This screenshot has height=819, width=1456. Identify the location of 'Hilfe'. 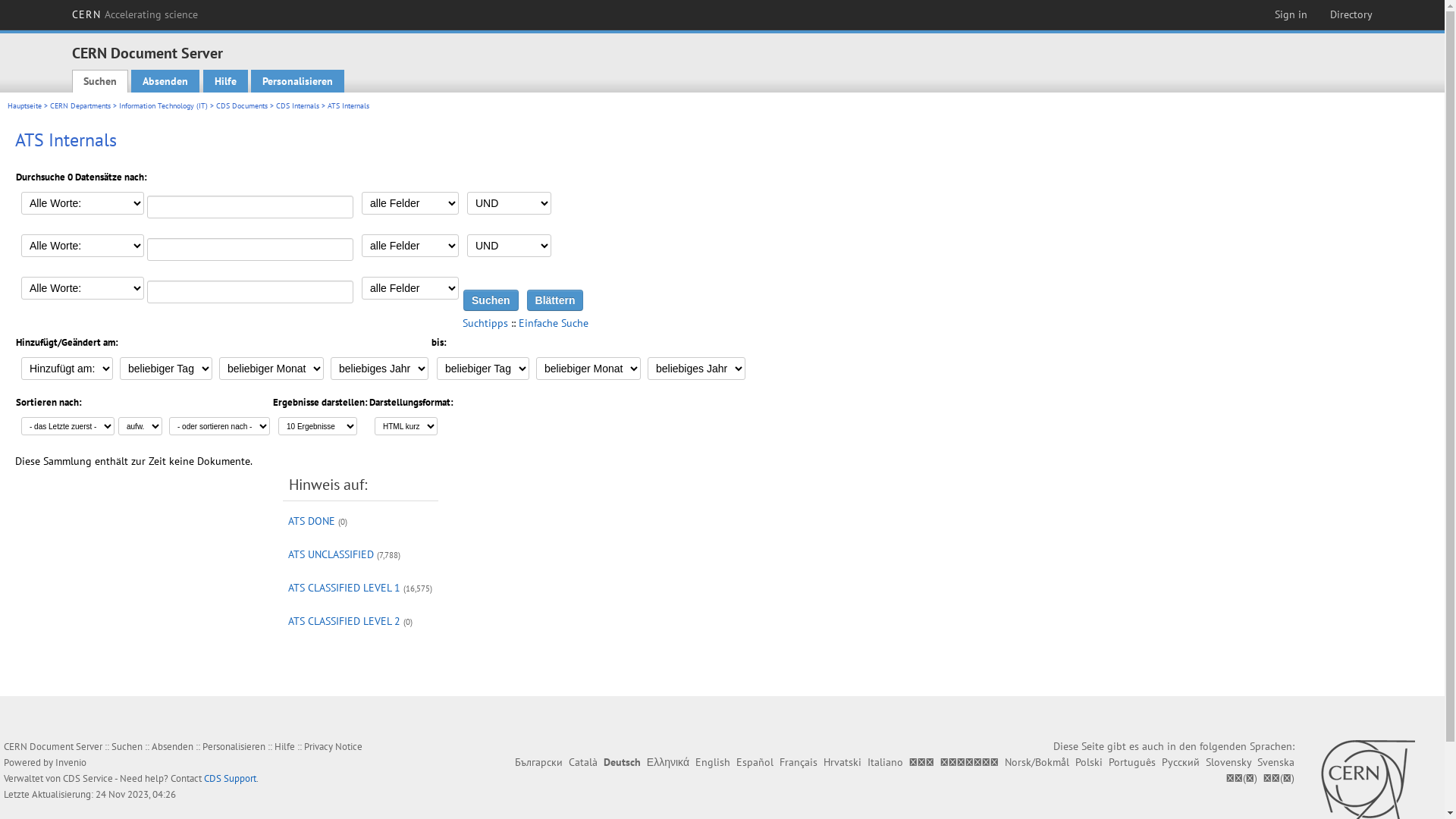
(284, 745).